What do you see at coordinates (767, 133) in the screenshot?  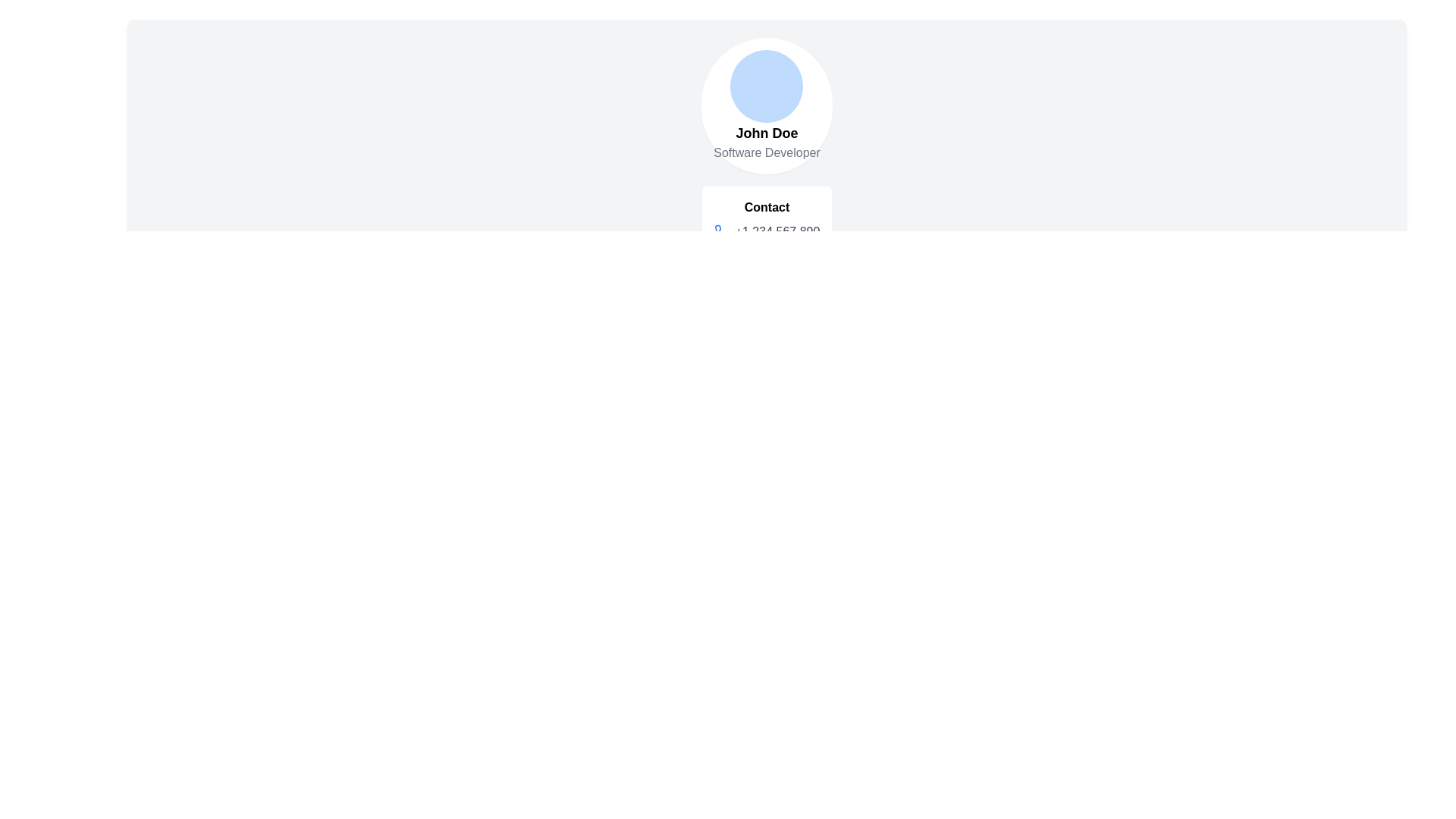 I see `the static text label displaying the name 'John Doe', which is positioned below a circular avatar and above a label saying 'Software Developer'` at bounding box center [767, 133].